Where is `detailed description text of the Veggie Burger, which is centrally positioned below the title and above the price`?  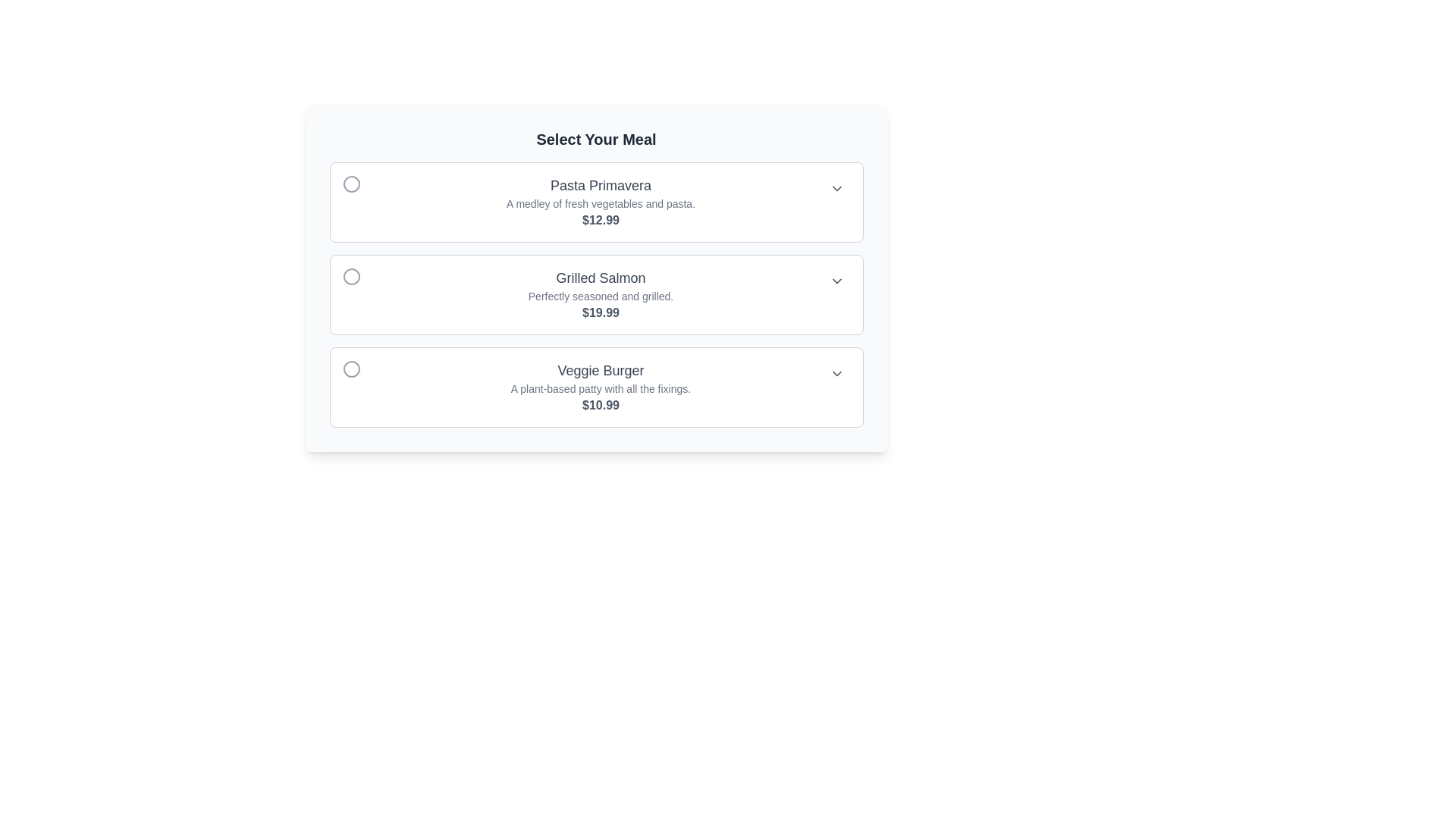
detailed description text of the Veggie Burger, which is centrally positioned below the title and above the price is located at coordinates (600, 388).